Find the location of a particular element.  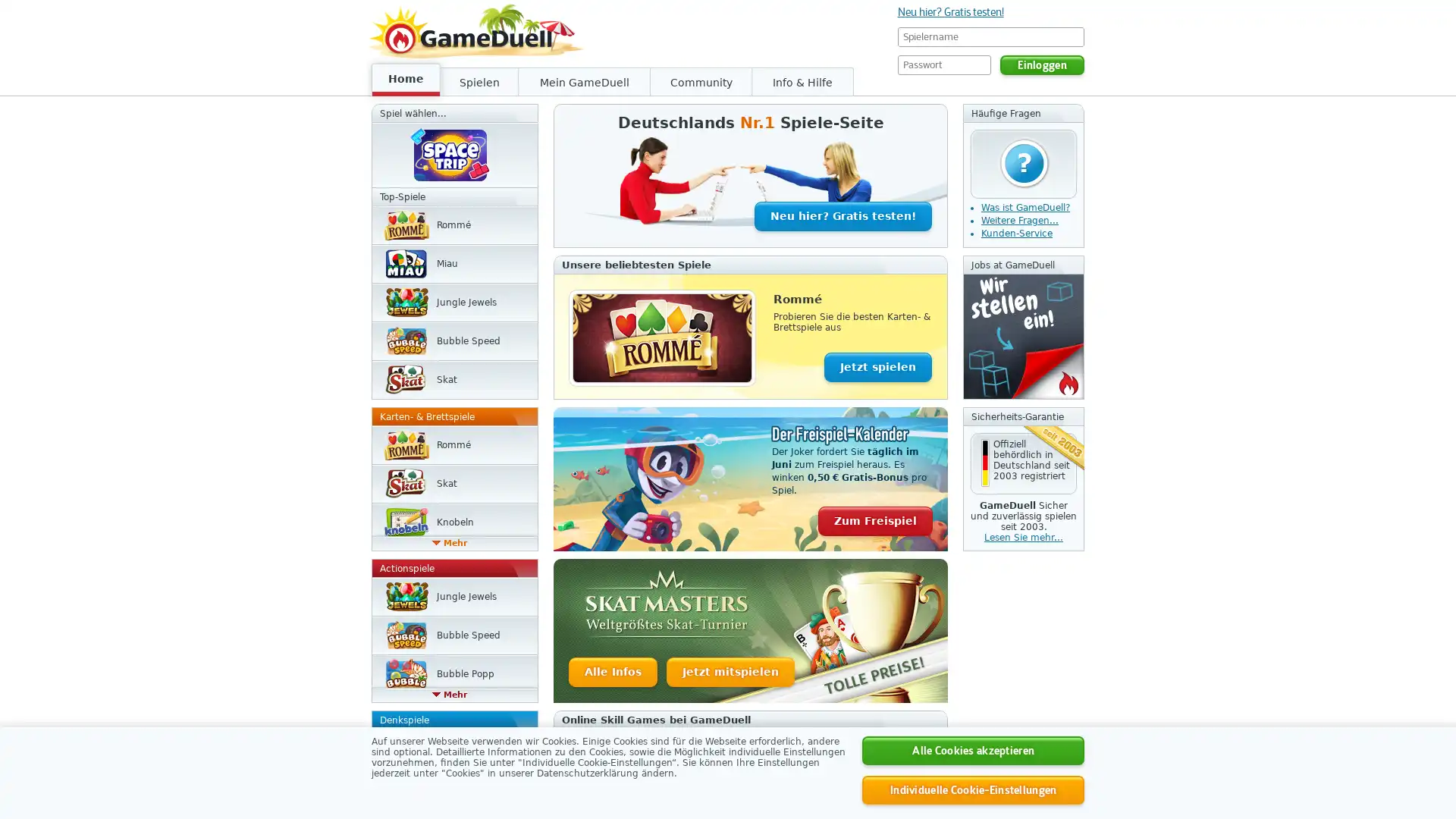

Individuelle Cookie-Einstellungen is located at coordinates (973, 789).